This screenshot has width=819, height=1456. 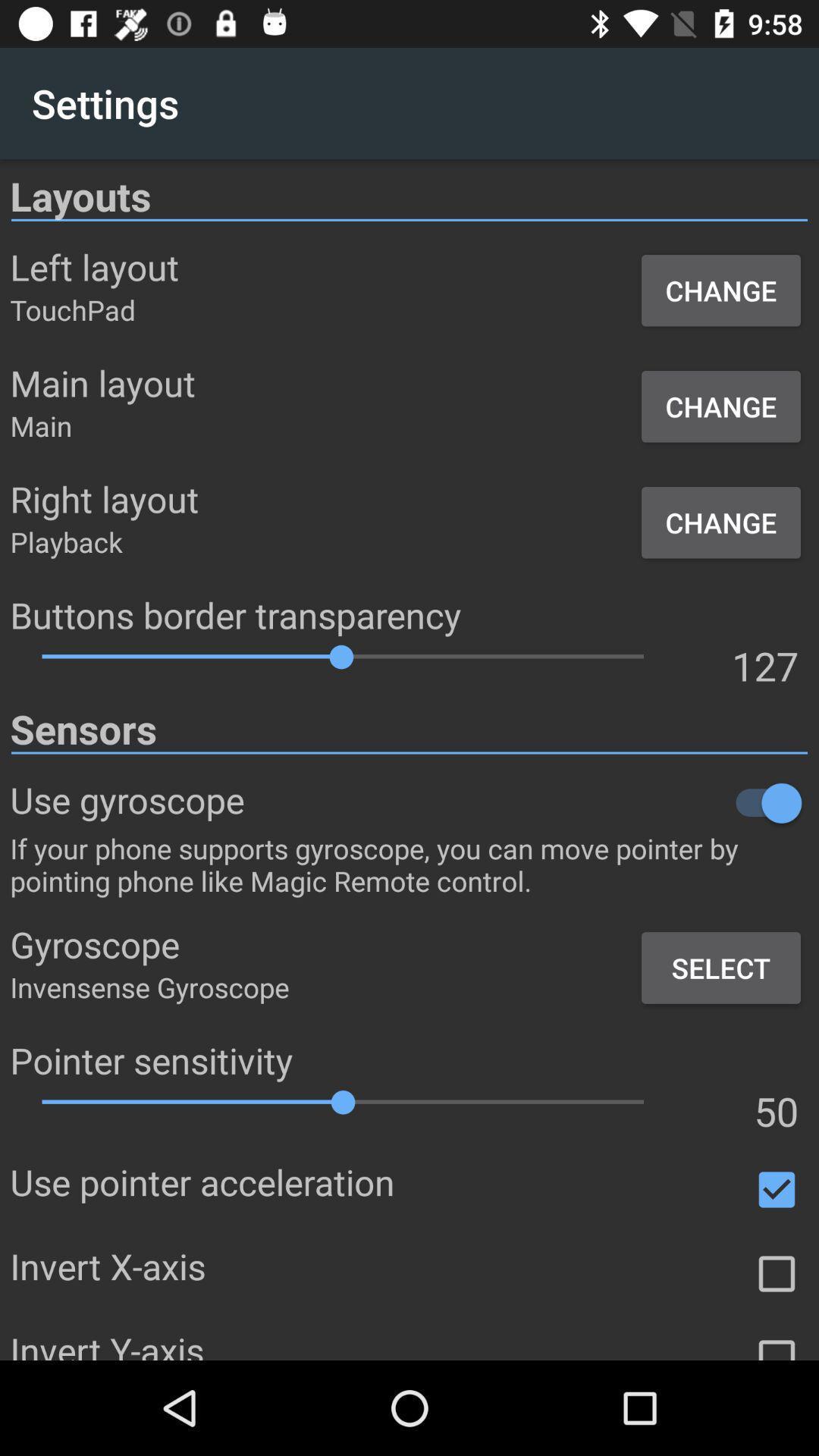 What do you see at coordinates (526, 802) in the screenshot?
I see `item to the right of use gyroscope icon` at bounding box center [526, 802].